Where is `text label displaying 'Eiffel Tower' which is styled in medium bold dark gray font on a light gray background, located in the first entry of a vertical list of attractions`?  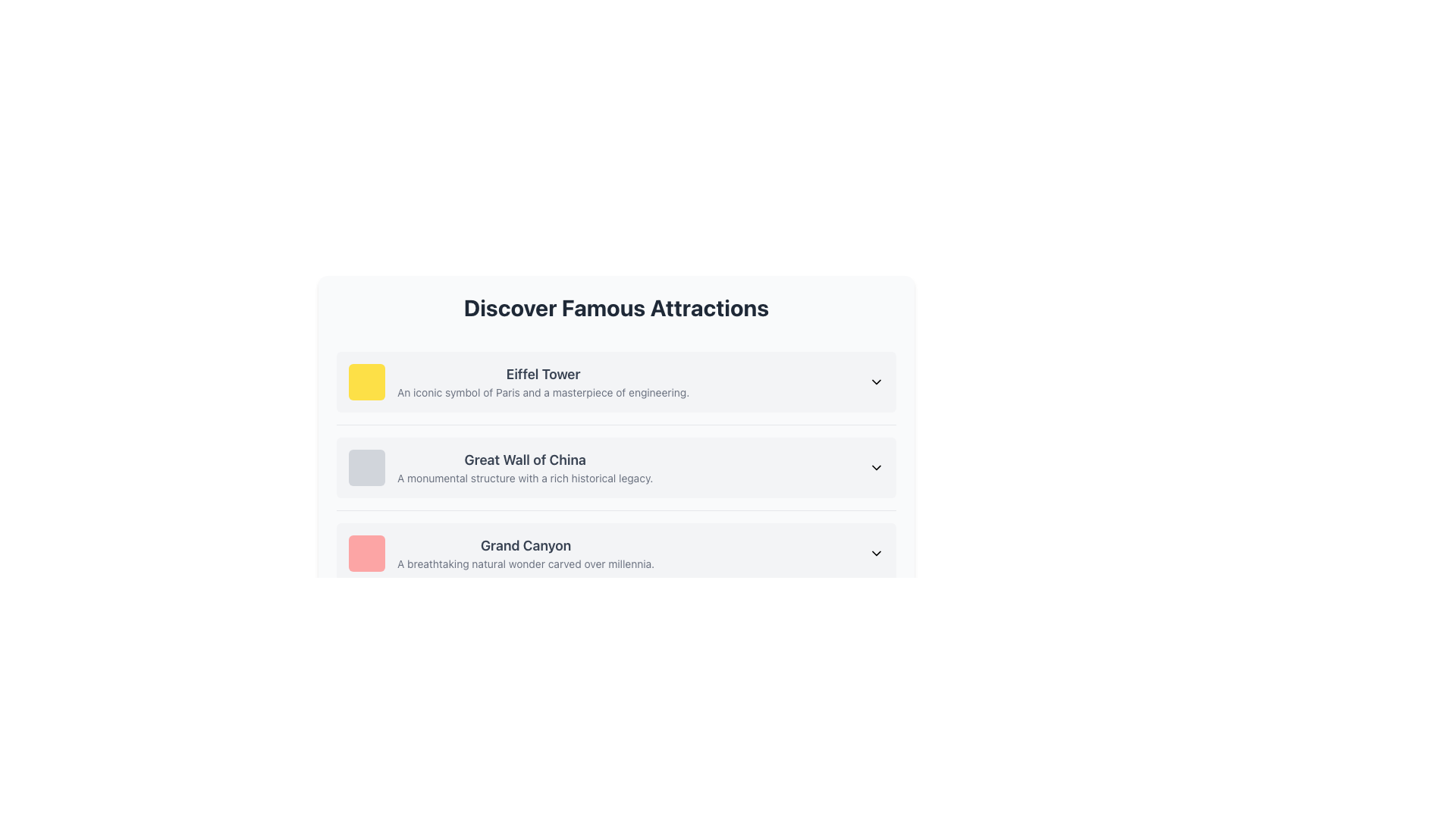
text label displaying 'Eiffel Tower' which is styled in medium bold dark gray font on a light gray background, located in the first entry of a vertical list of attractions is located at coordinates (543, 374).